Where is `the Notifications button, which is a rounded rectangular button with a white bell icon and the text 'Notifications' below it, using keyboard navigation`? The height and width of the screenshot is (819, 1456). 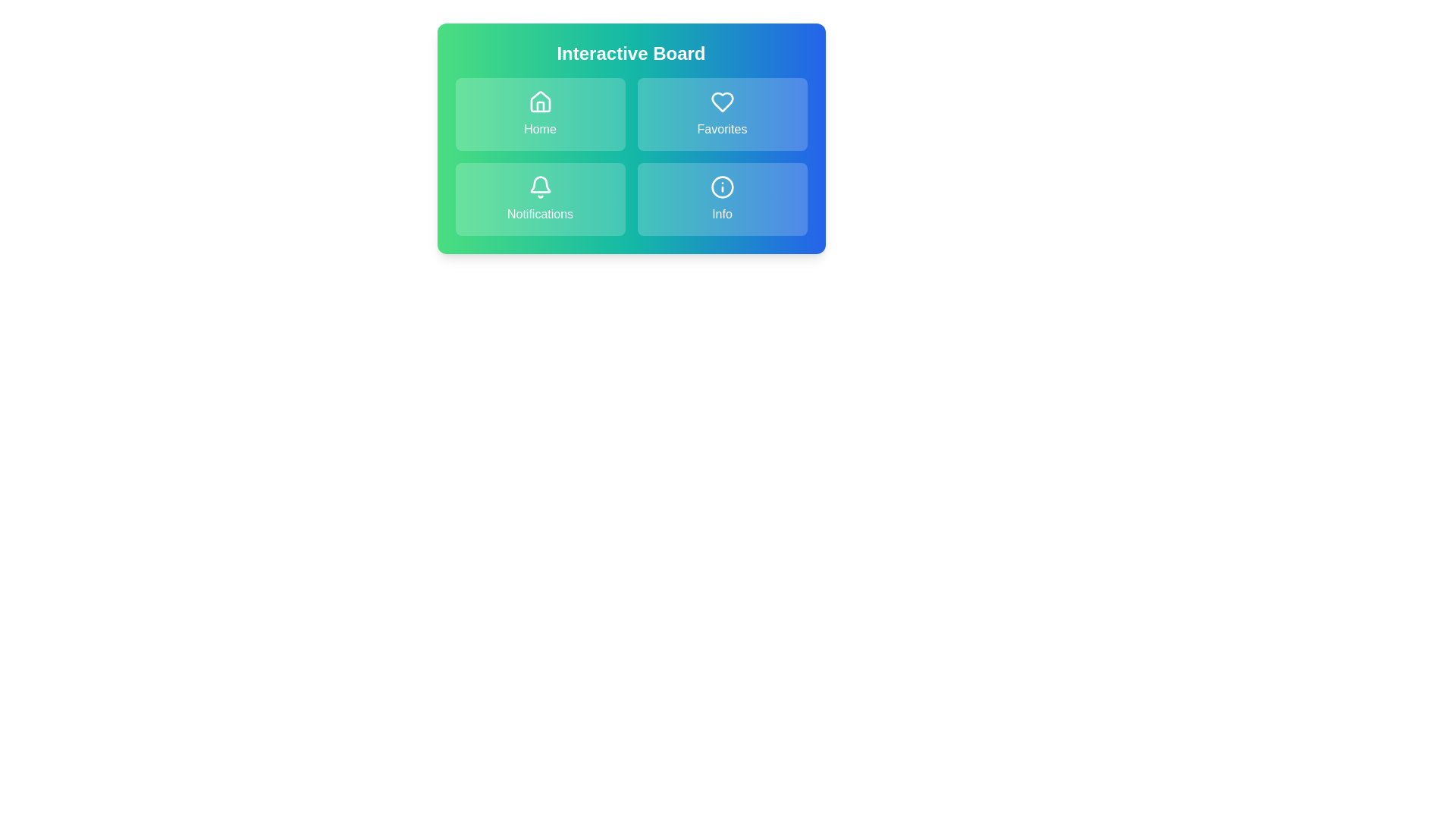
the Notifications button, which is a rounded rectangular button with a white bell icon and the text 'Notifications' below it, using keyboard navigation is located at coordinates (540, 198).